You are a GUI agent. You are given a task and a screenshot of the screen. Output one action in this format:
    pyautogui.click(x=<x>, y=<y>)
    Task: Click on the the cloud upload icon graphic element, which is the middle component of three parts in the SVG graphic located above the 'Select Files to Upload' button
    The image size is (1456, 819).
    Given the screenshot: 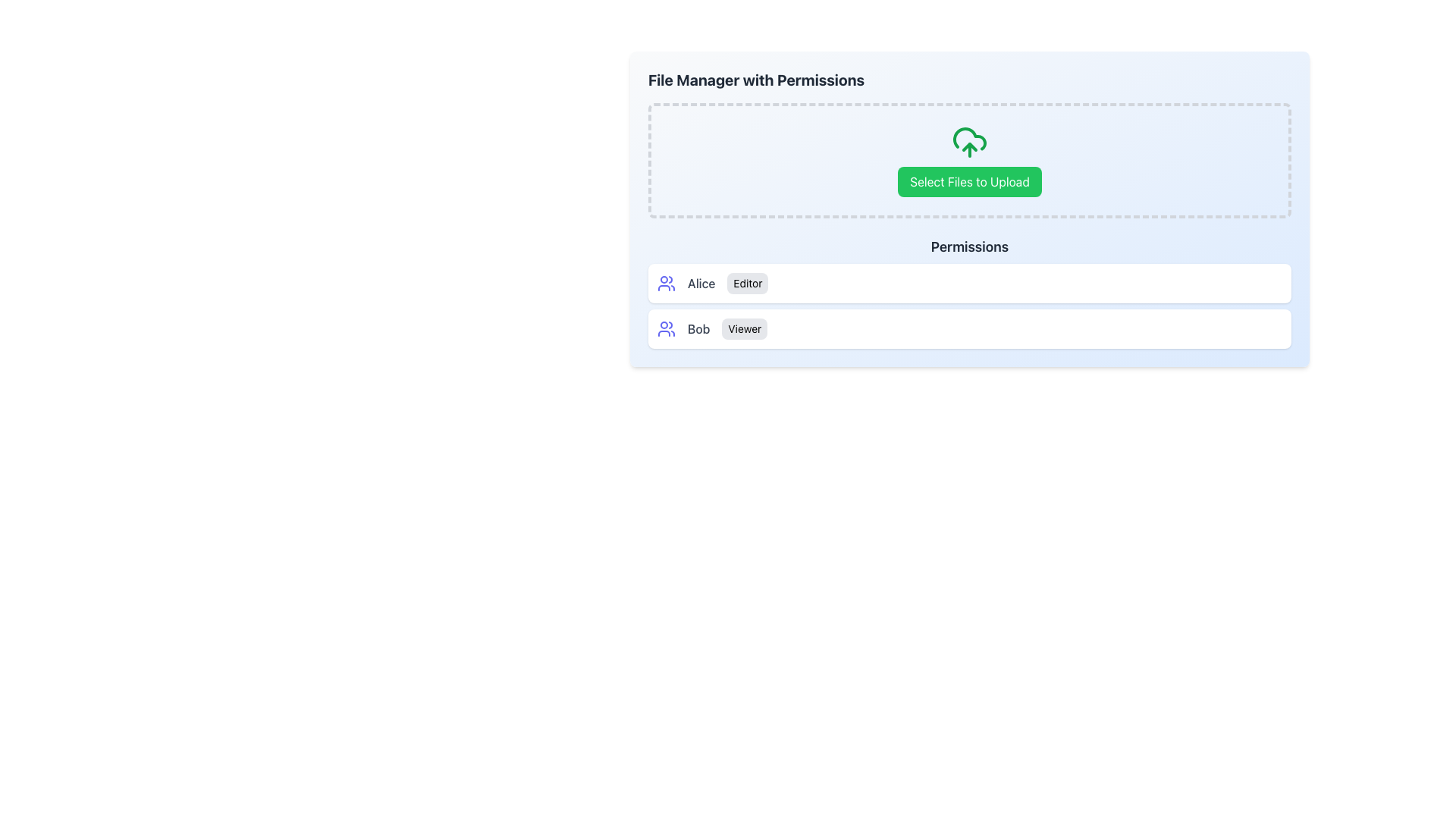 What is the action you would take?
    pyautogui.click(x=968, y=139)
    